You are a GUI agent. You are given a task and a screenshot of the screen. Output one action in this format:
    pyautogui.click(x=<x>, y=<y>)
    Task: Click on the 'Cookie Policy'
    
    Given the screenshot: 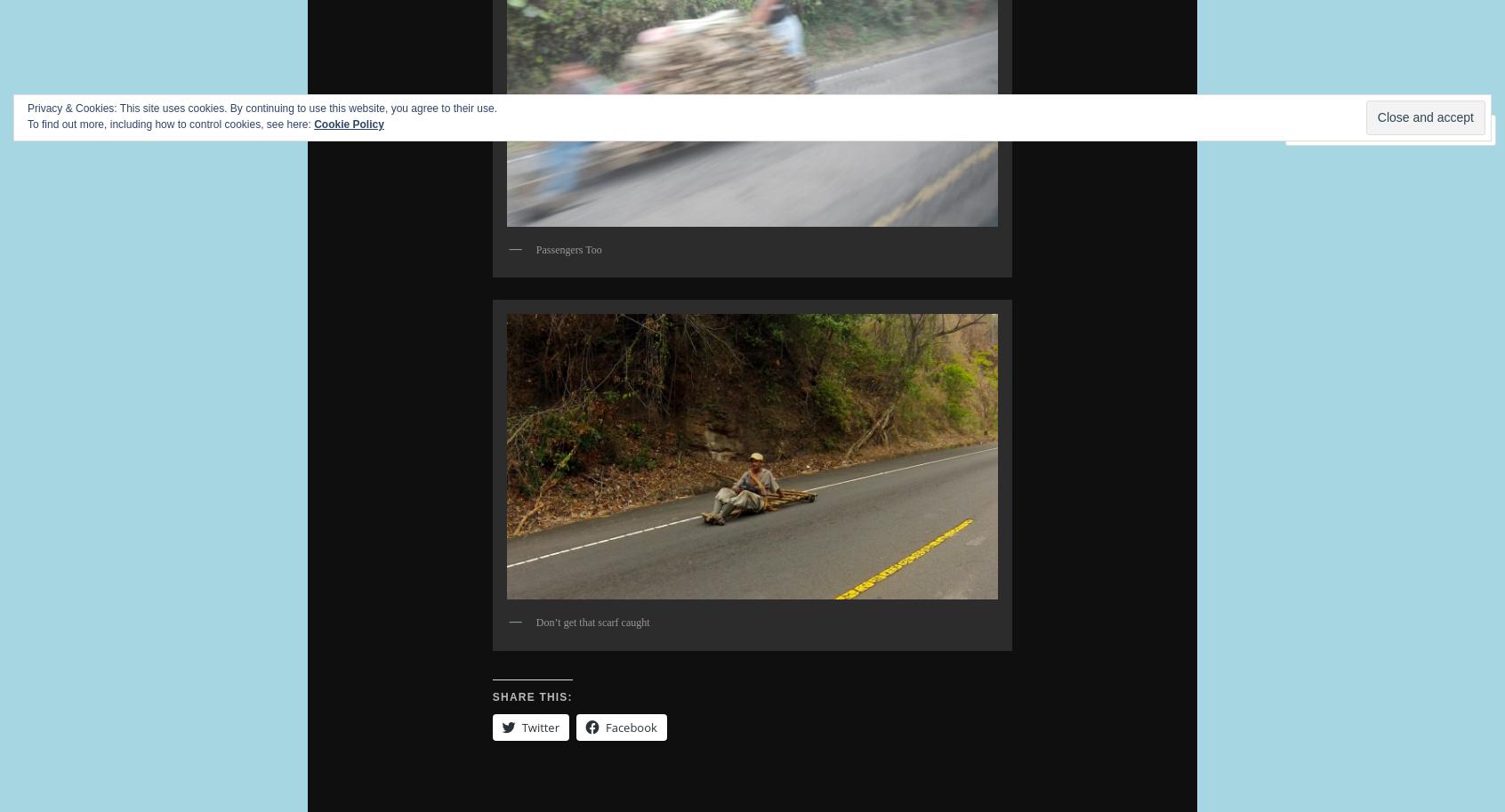 What is the action you would take?
    pyautogui.click(x=349, y=123)
    